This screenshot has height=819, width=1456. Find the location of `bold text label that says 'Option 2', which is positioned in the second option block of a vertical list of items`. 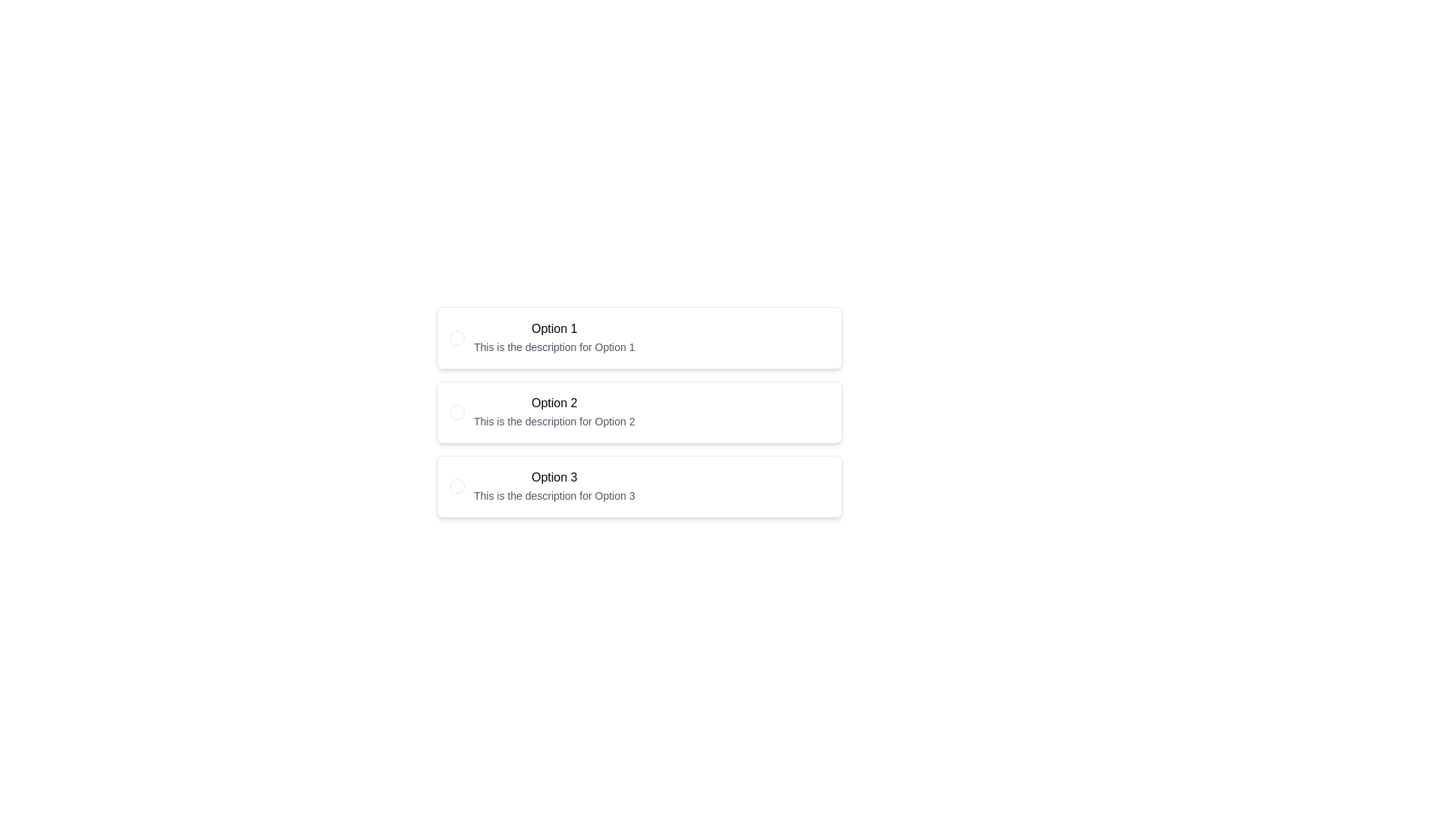

bold text label that says 'Option 2', which is positioned in the second option block of a vertical list of items is located at coordinates (554, 403).